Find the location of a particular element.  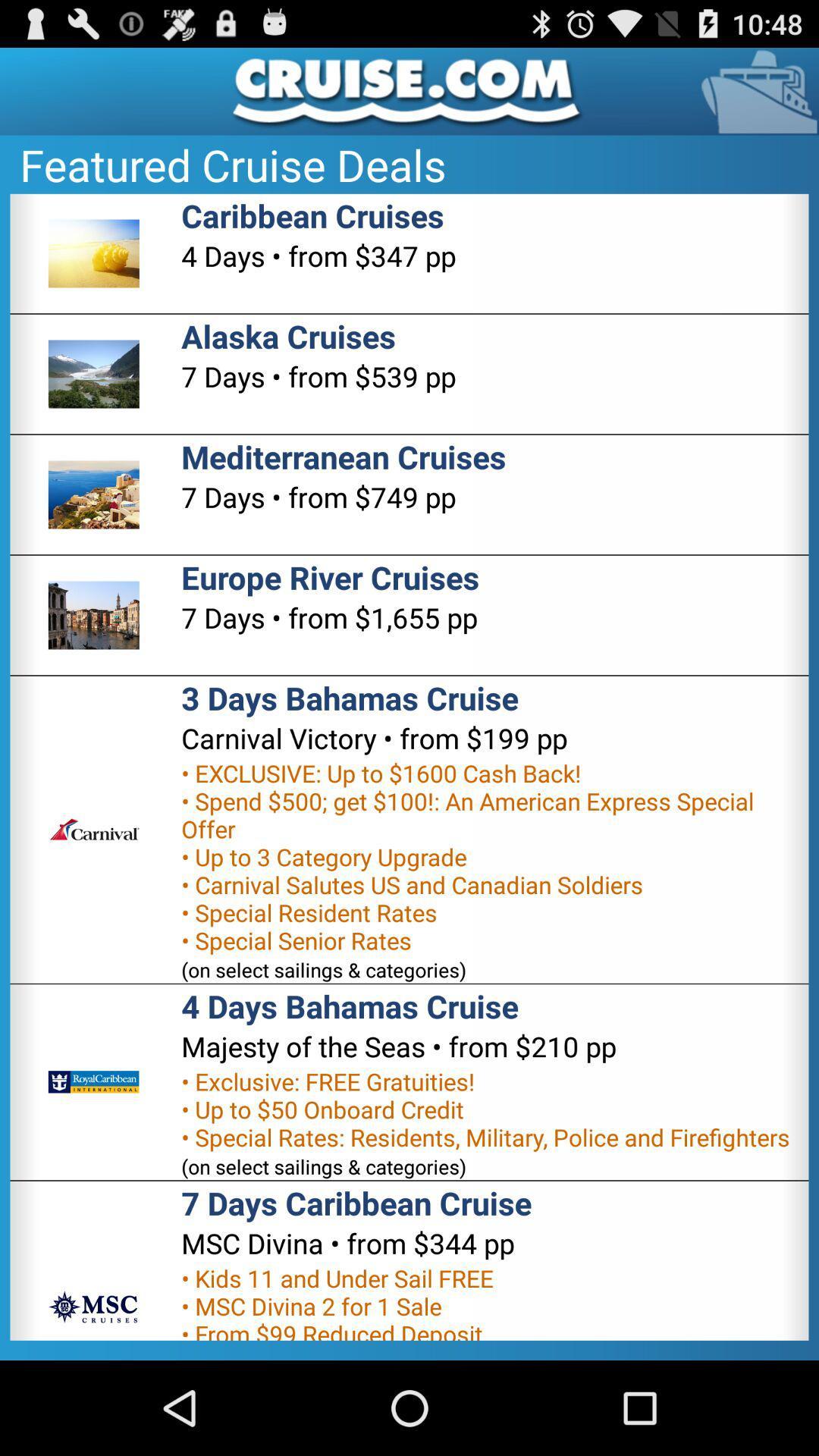

mediterranean cruises is located at coordinates (344, 456).